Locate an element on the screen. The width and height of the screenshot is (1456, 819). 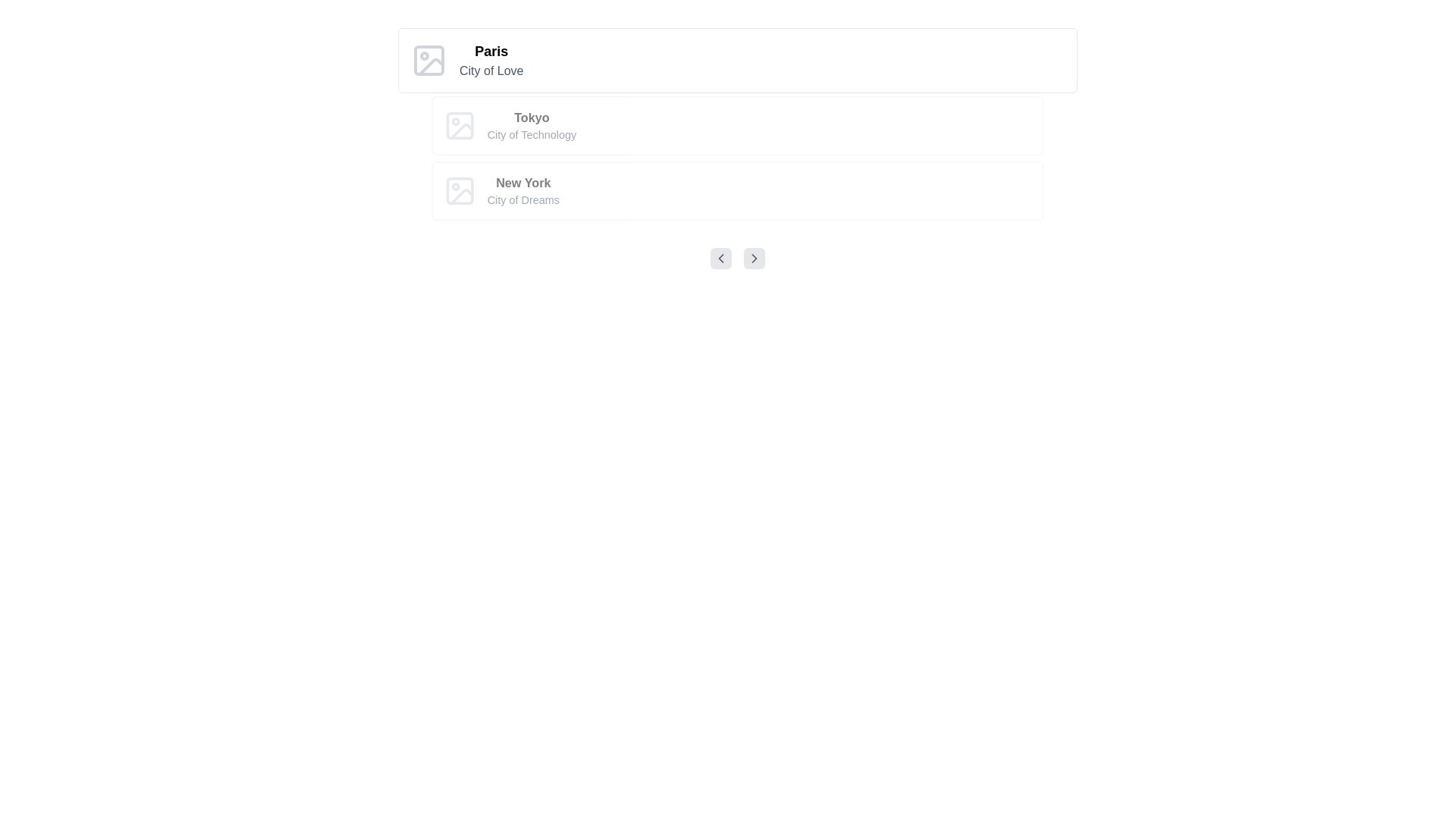
the leftward-pointing chevron icon within the button control is located at coordinates (720, 257).